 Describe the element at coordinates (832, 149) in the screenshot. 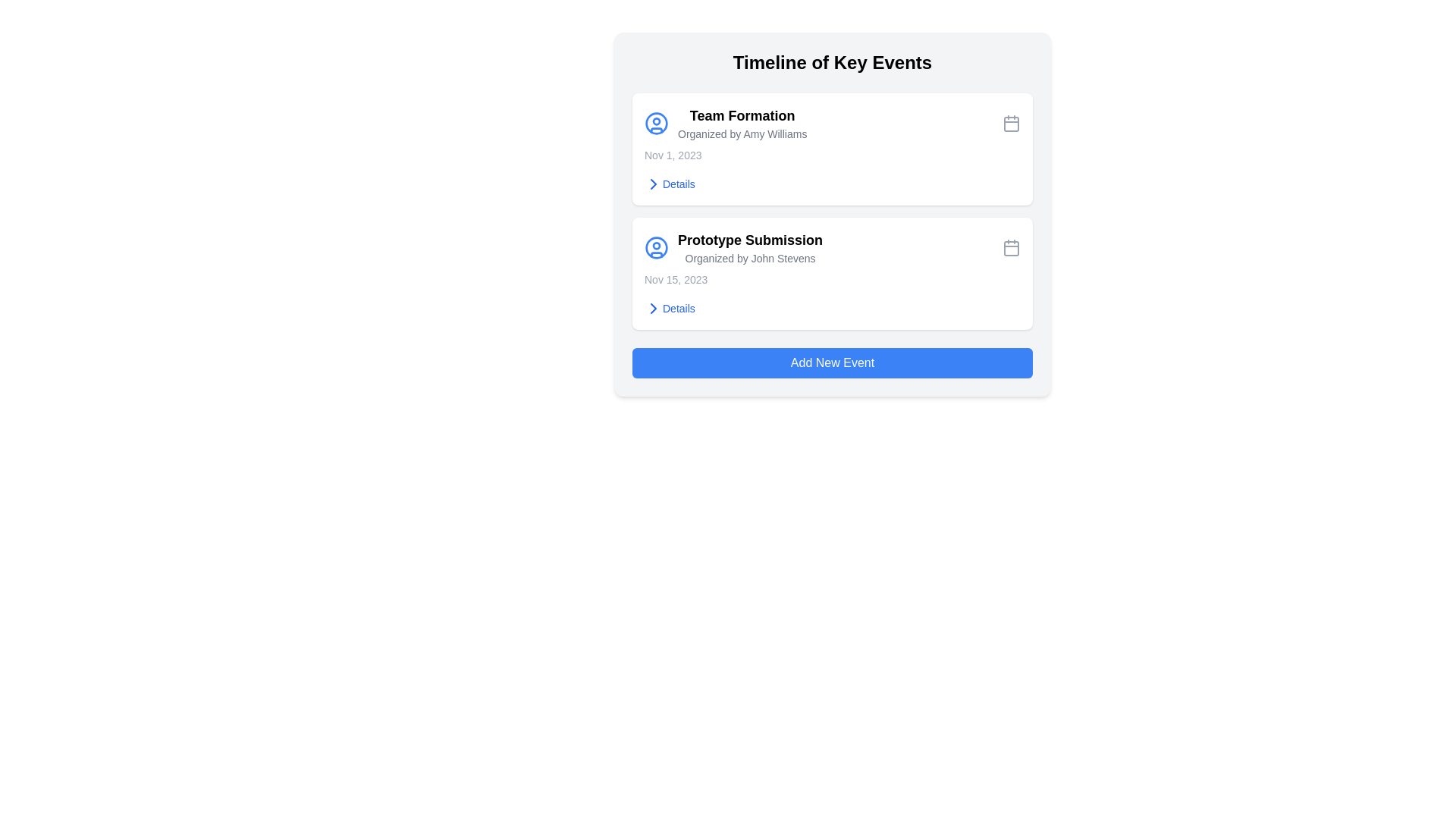

I see `the Event Summary Card that presents a summary of the 'Team Formation' event, located at the top of the vertical list of event cards` at that location.